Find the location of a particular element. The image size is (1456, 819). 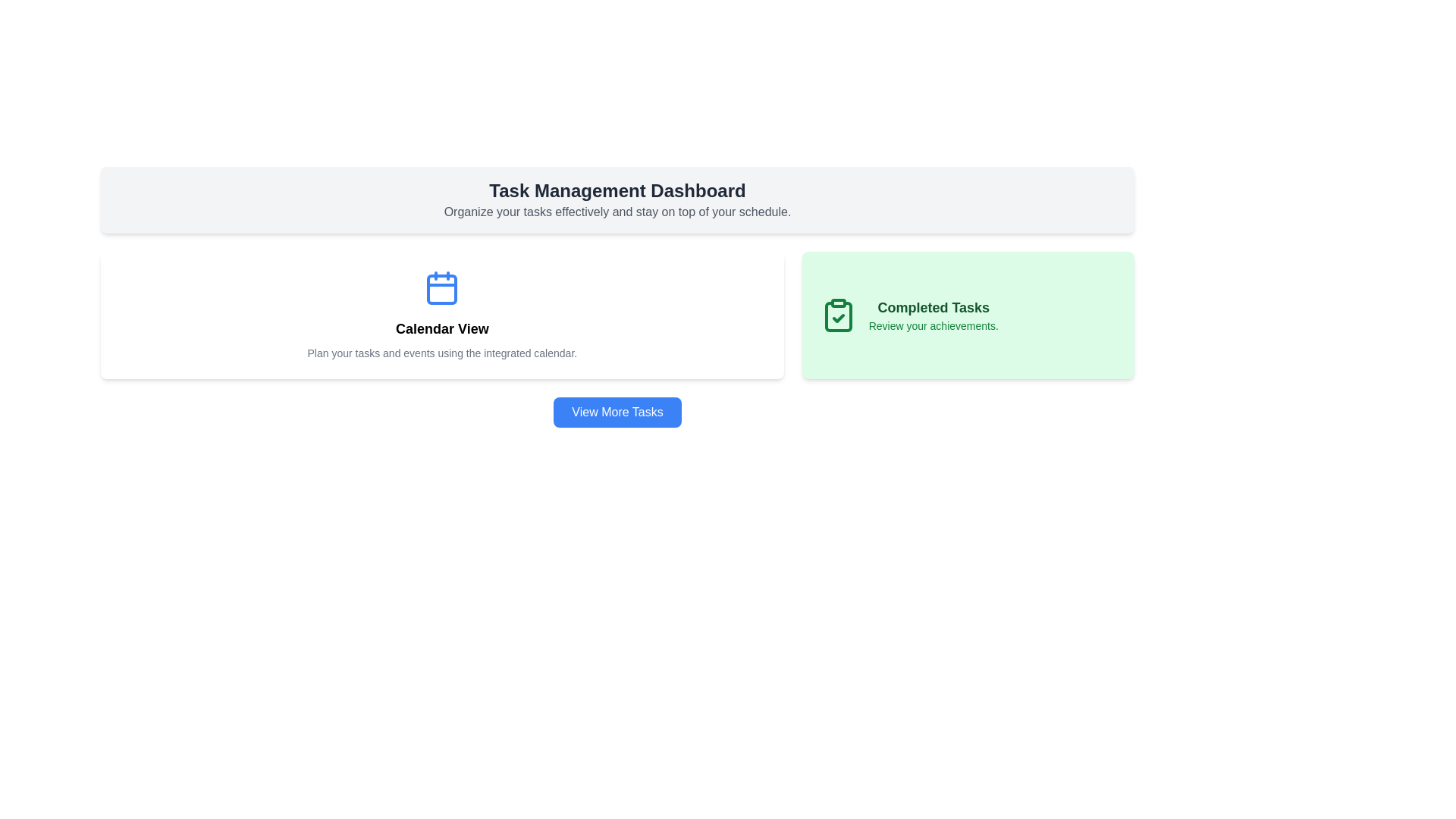

the decorative graphic element that contributes to the visual representation of a clipboard icon, positioned at the top-middle area above the checkmark and clipboard's main body is located at coordinates (837, 303).